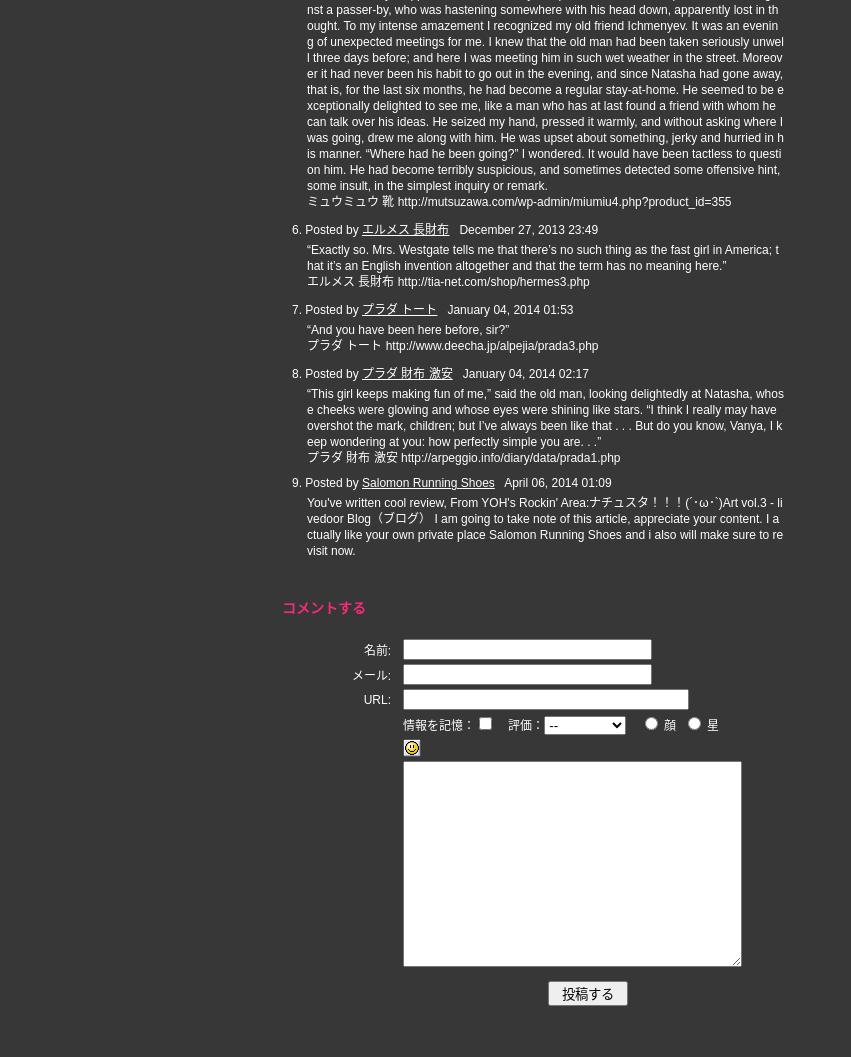  What do you see at coordinates (463, 457) in the screenshot?
I see `'プラダ 財布 激安 http://arpeggio.info/diary/data/prada1.php'` at bounding box center [463, 457].